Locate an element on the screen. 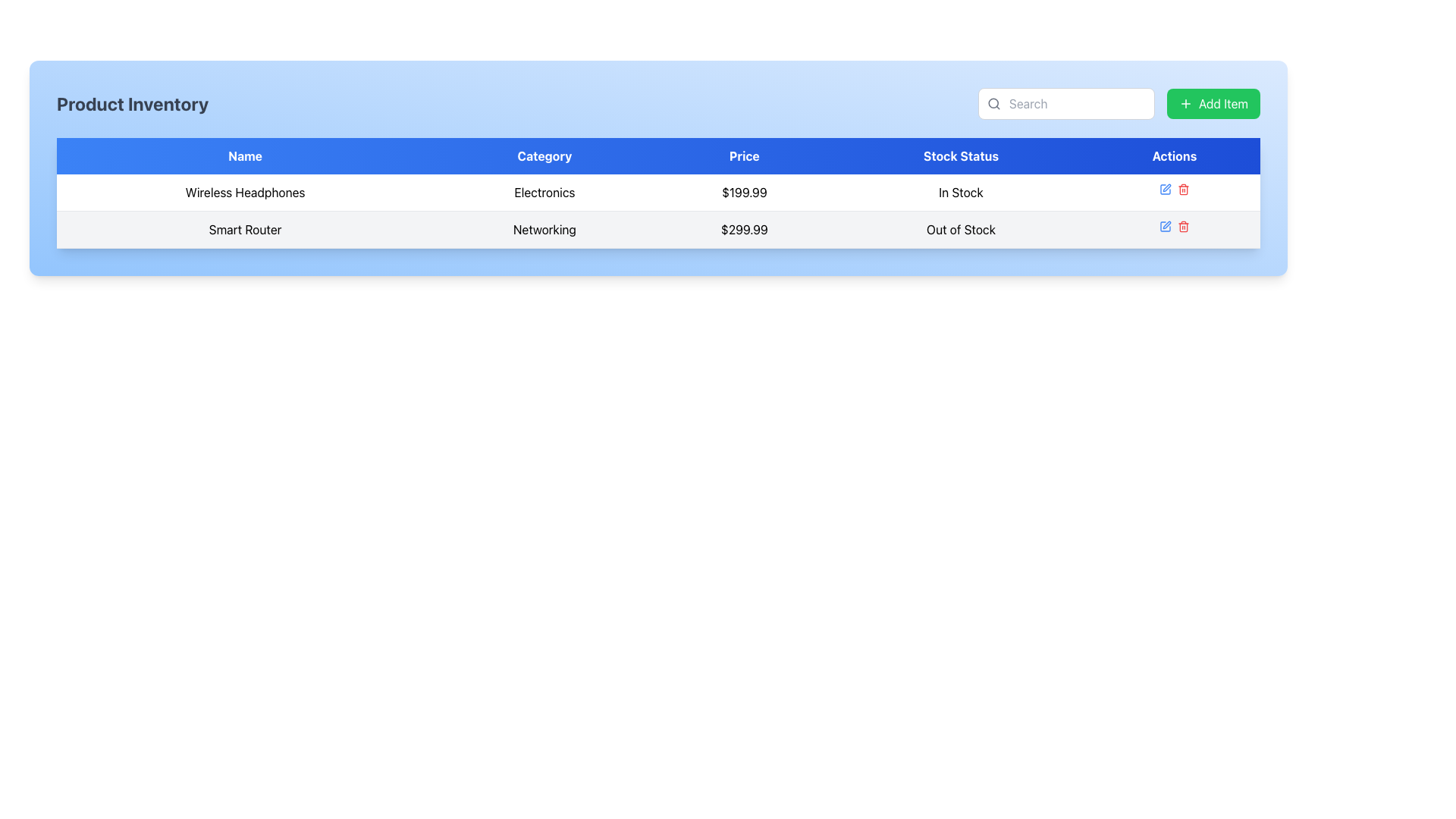  the static text label 'Actions' which is styled with a blue background and centered white text, located at the far-right of the header row in the table is located at coordinates (1173, 155).